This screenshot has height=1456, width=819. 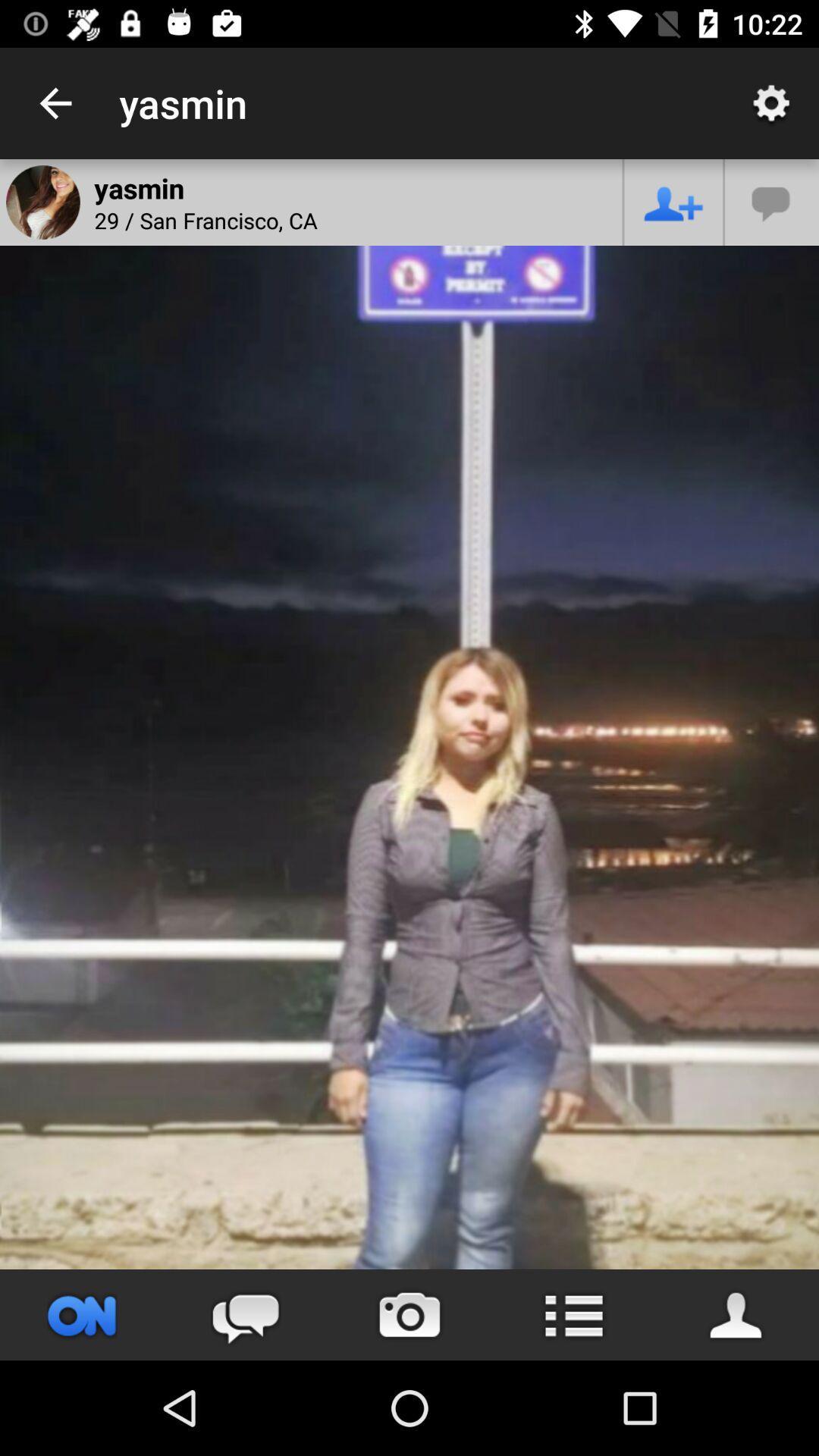 What do you see at coordinates (245, 1314) in the screenshot?
I see `send message` at bounding box center [245, 1314].